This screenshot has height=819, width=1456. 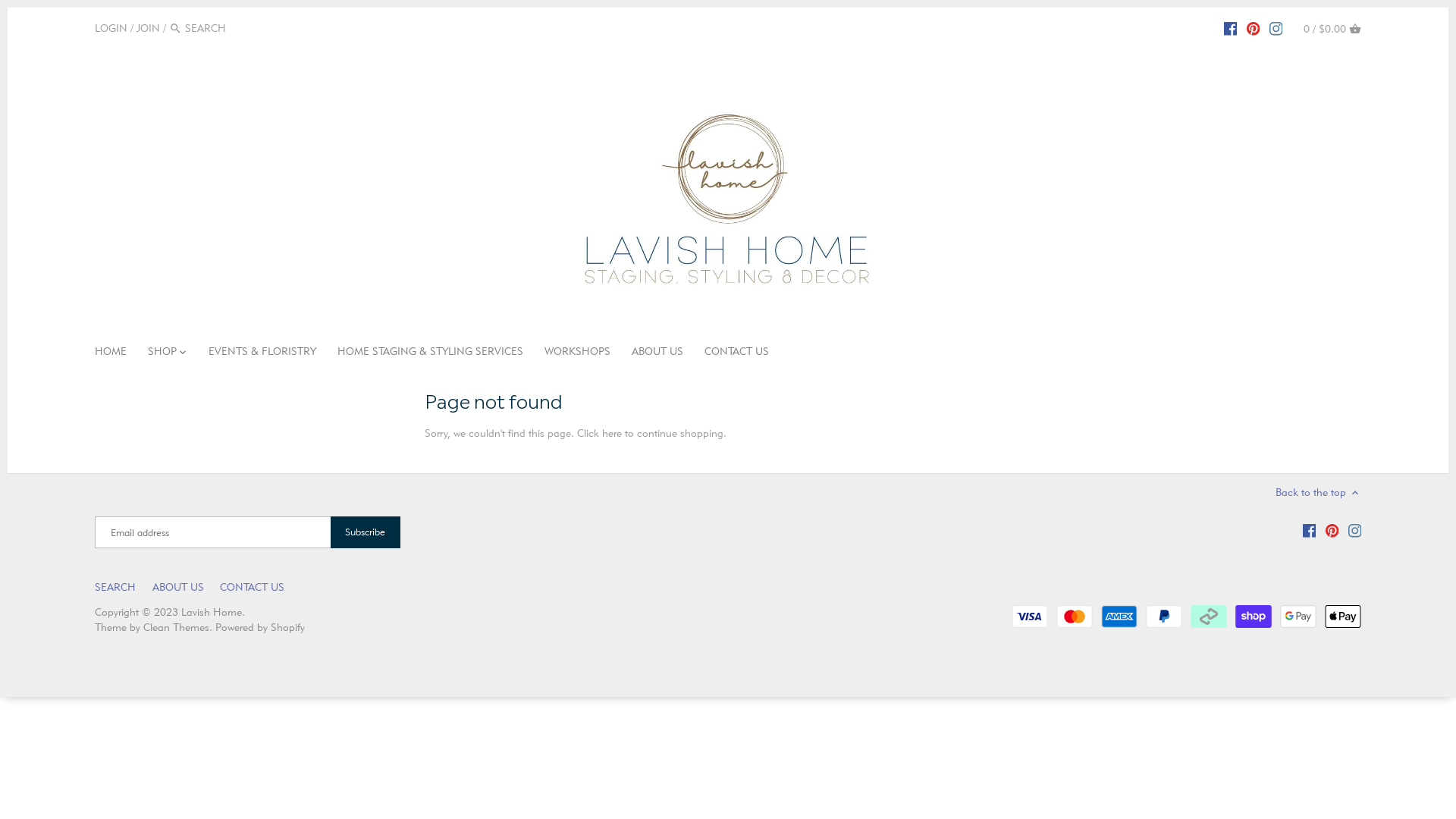 What do you see at coordinates (148, 28) in the screenshot?
I see `'JOIN'` at bounding box center [148, 28].